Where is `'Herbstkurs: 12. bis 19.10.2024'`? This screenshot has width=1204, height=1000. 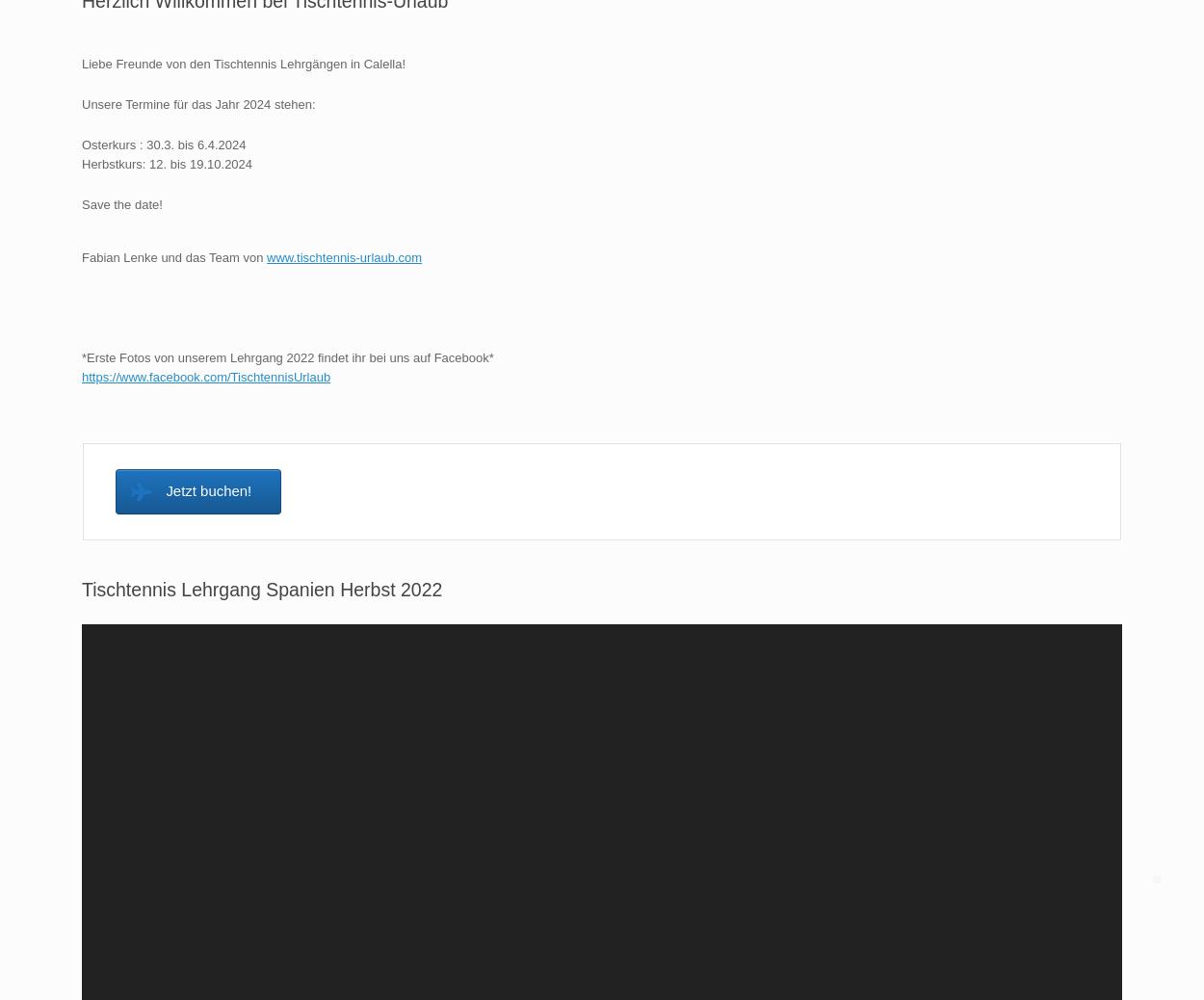
'Herbstkurs: 12. bis 19.10.2024' is located at coordinates (167, 163).